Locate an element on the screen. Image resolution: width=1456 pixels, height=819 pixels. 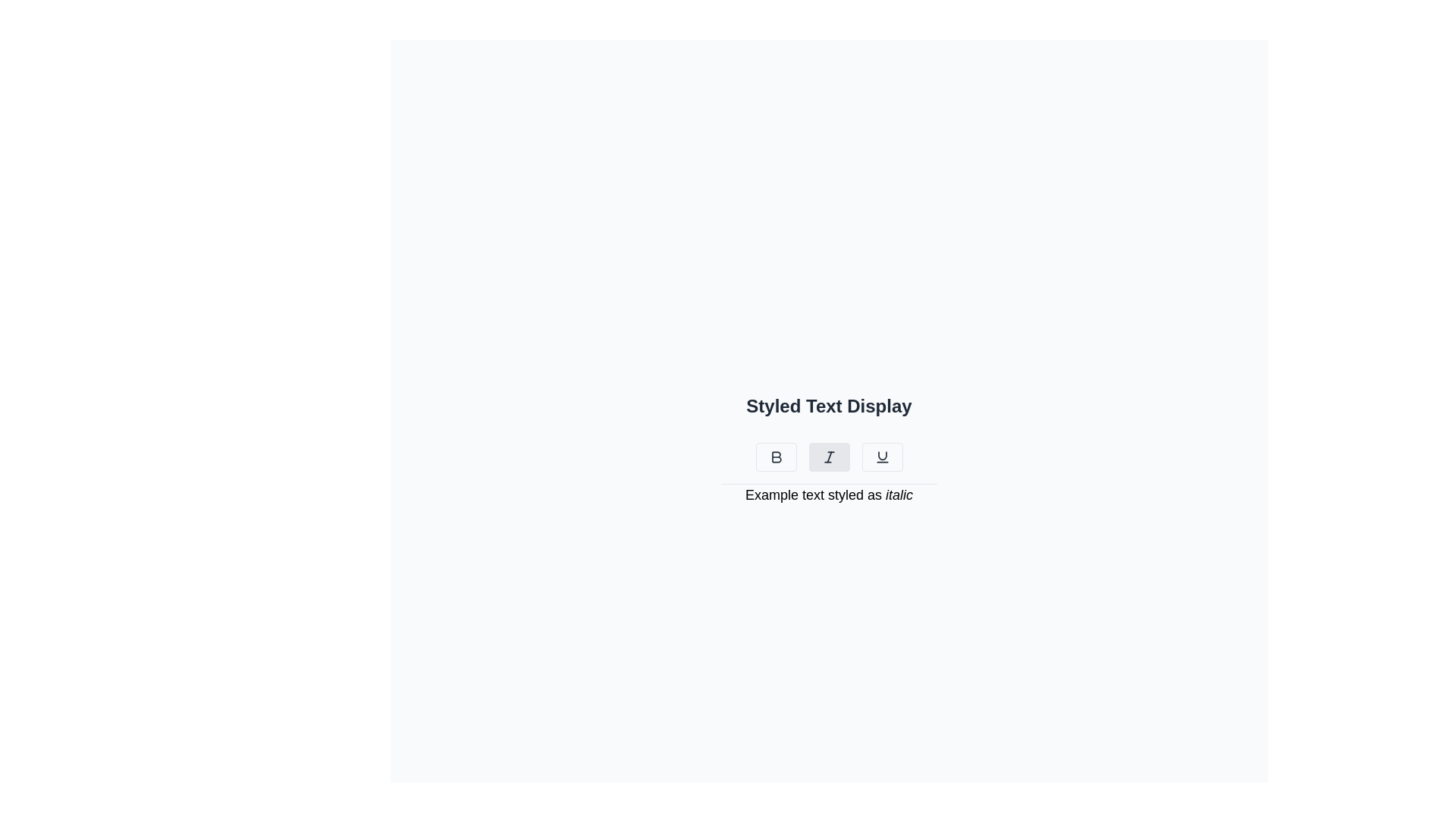
the first button in the horizontal group of three buttons located below the 'Styled Text Display' heading is located at coordinates (776, 456).